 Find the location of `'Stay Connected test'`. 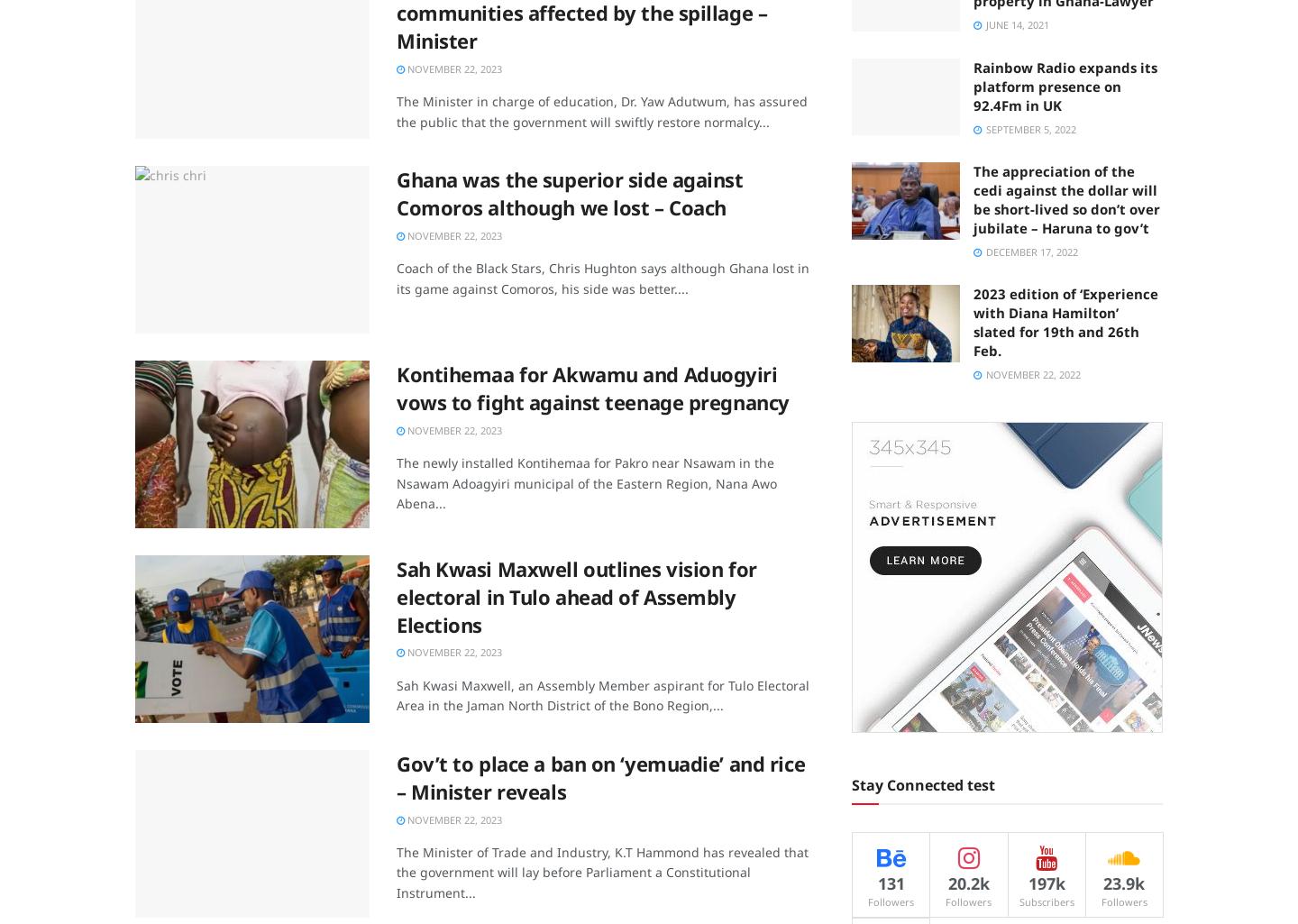

'Stay Connected test' is located at coordinates (923, 784).